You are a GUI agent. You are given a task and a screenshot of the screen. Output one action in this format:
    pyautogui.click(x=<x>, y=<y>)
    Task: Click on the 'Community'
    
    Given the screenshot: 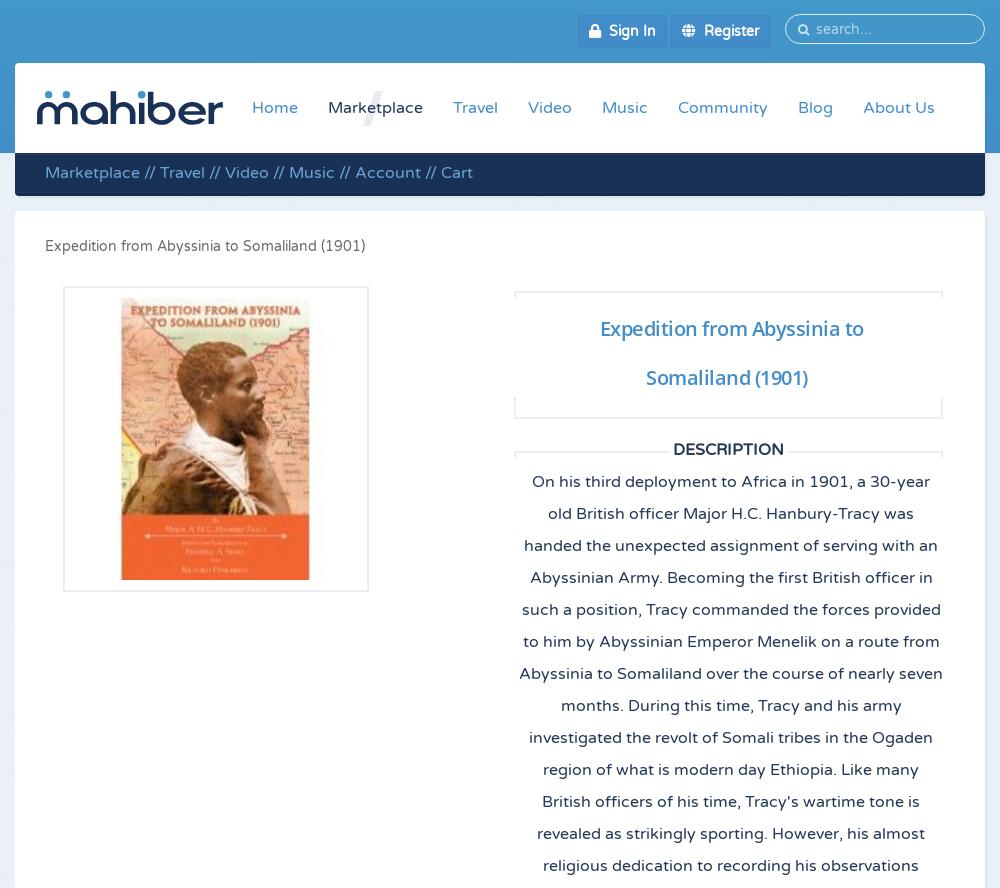 What is the action you would take?
    pyautogui.click(x=722, y=106)
    